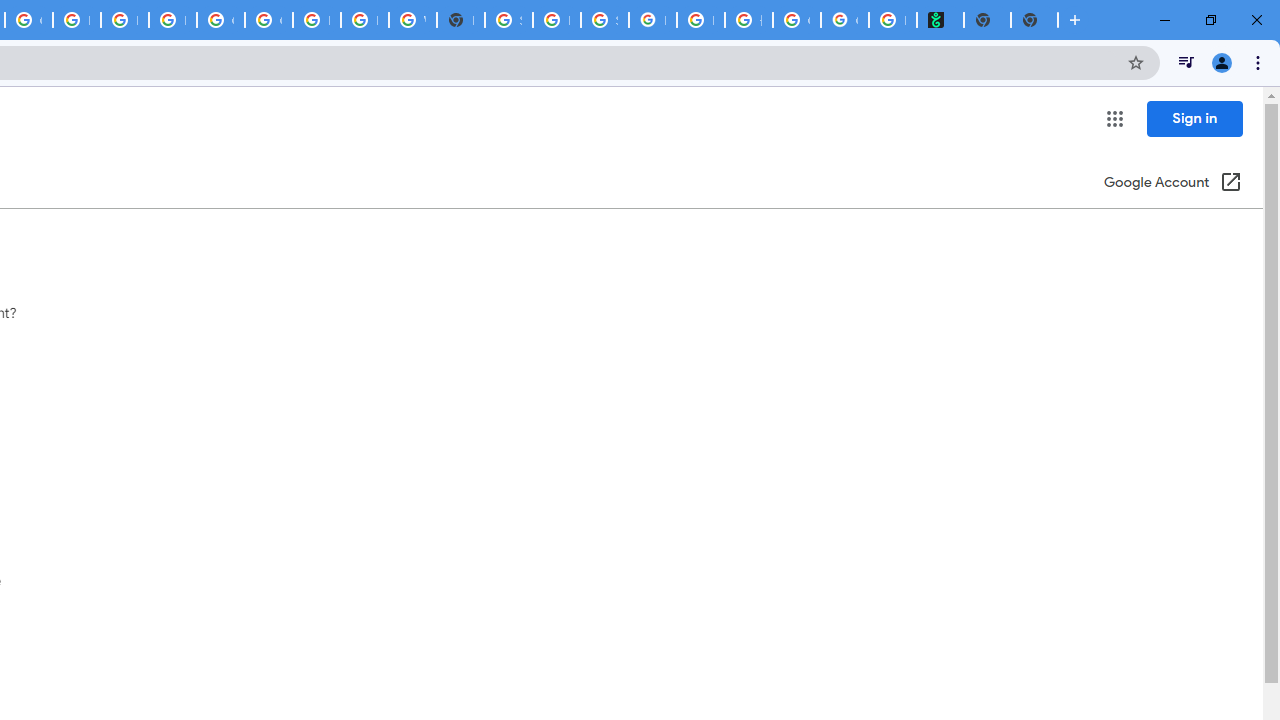 The image size is (1280, 720). I want to click on 'Google Cloud Platform', so click(220, 20).